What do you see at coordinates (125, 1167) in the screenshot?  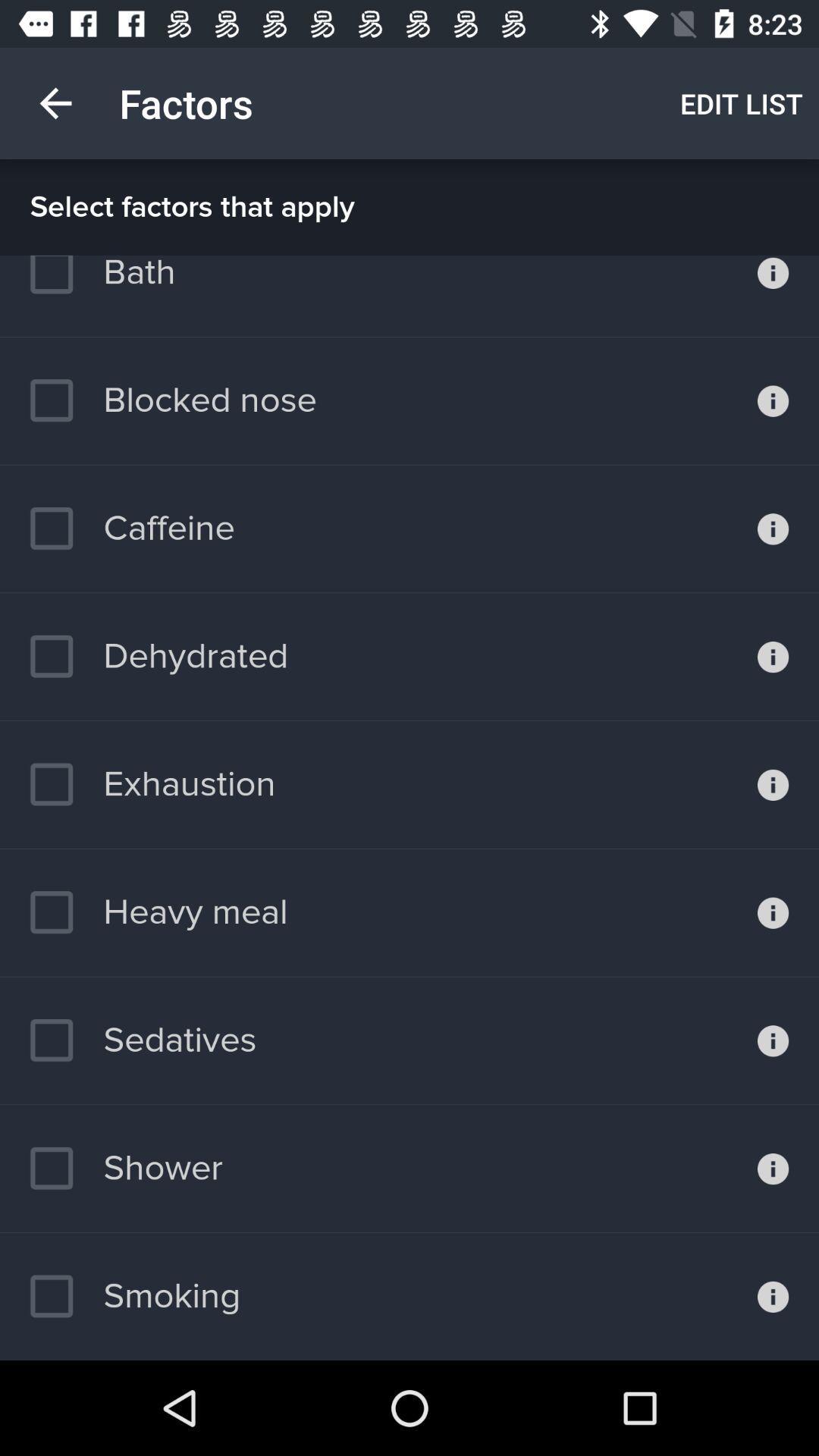 I see `the shower` at bounding box center [125, 1167].